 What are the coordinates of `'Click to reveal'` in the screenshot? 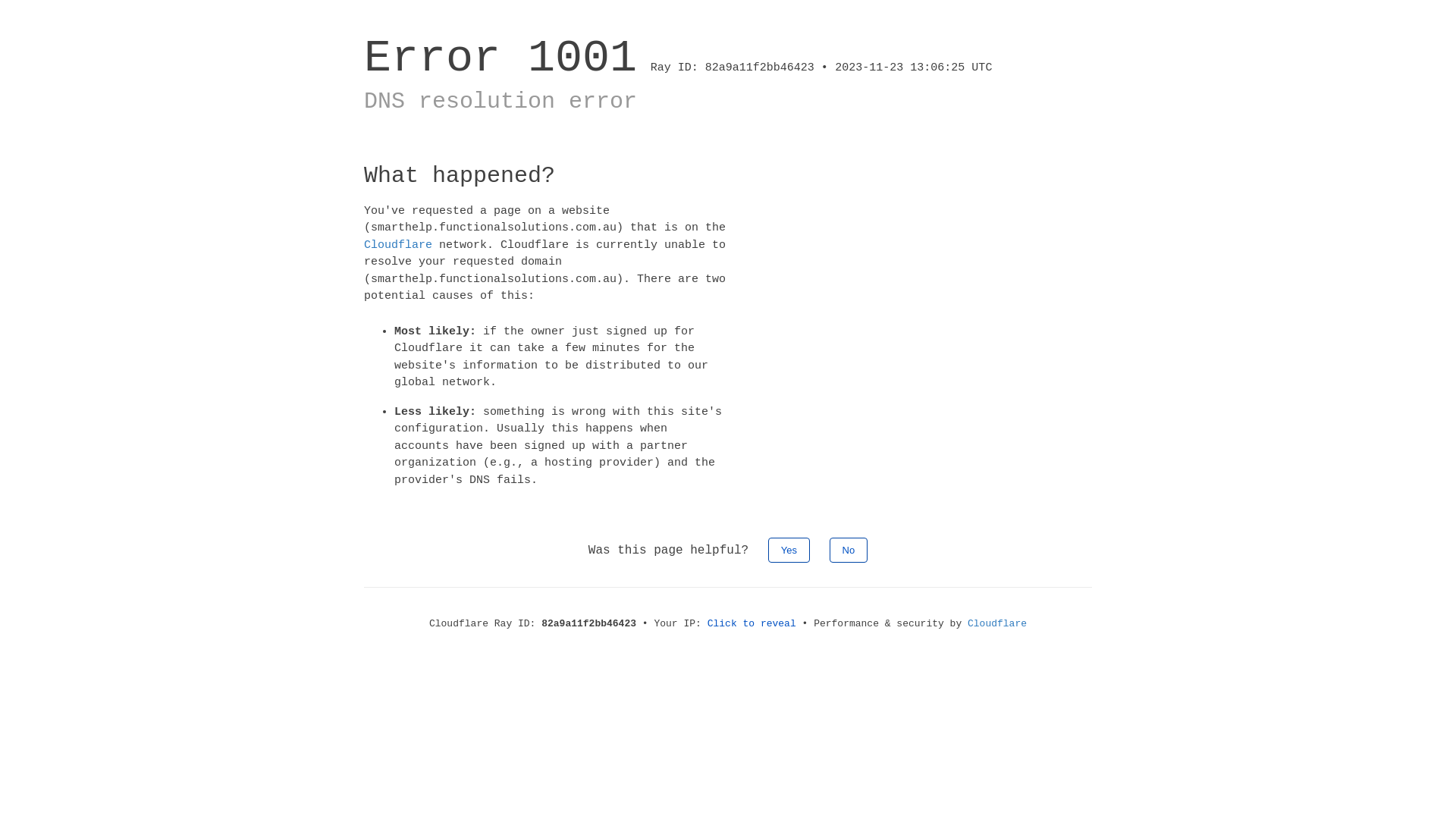 It's located at (752, 623).